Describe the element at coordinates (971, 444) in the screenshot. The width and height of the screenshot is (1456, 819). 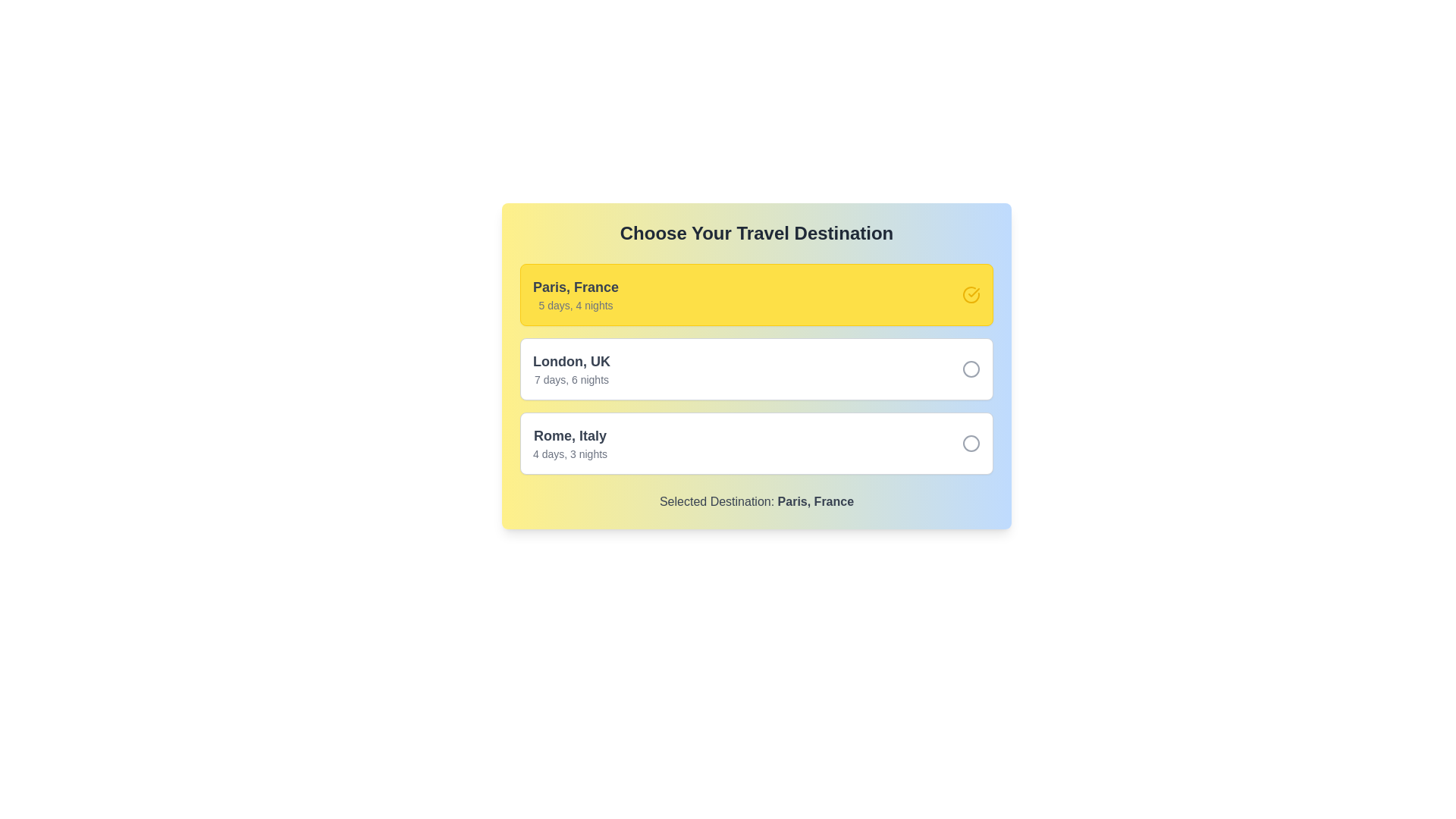
I see `the SVG circle outline icon located on the far right of the 'Rome, Italy' option in the travel destination selection interface` at that location.